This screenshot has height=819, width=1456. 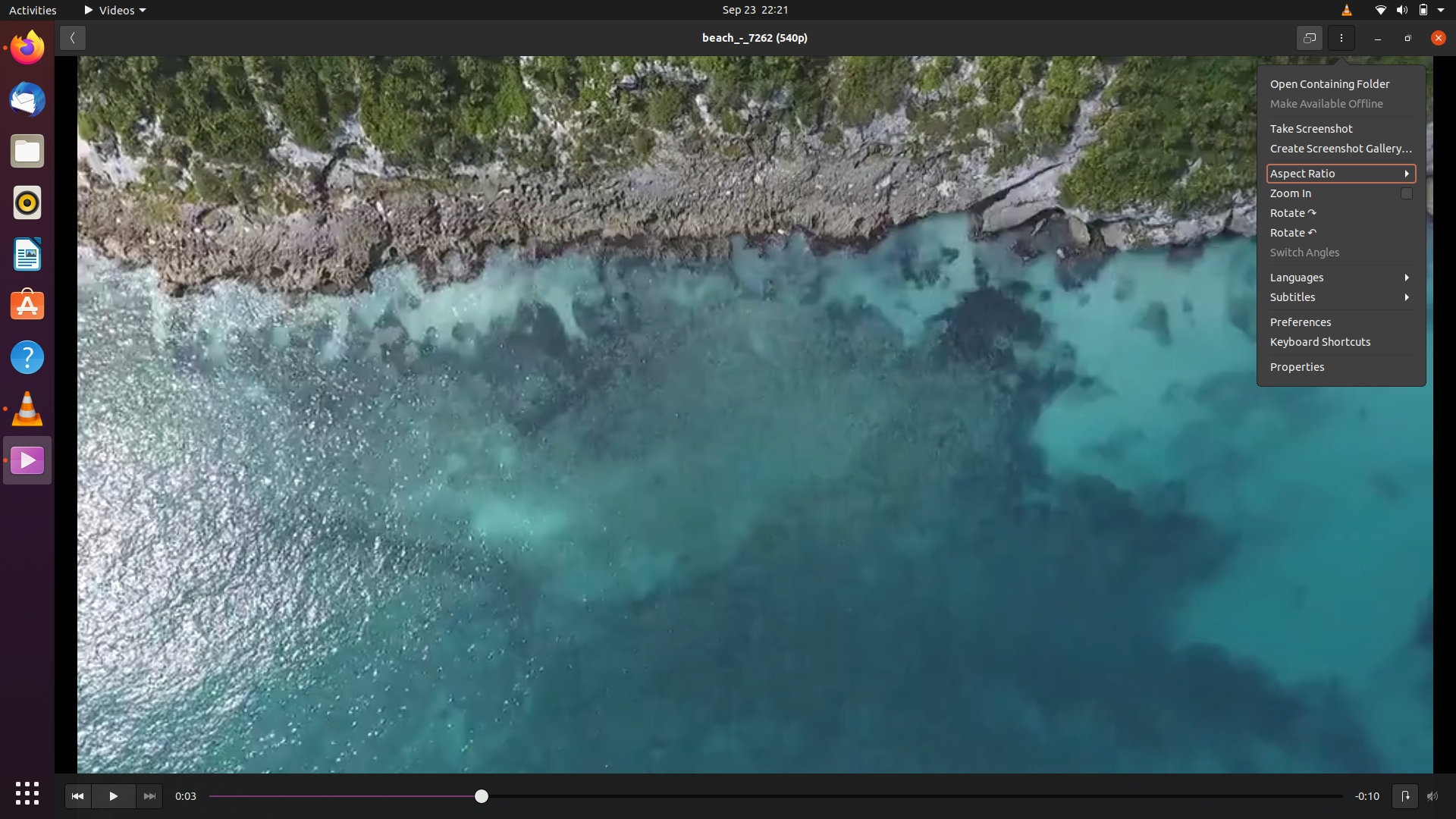 I want to click on Go to the next video in the playlist, so click(x=149, y=795).